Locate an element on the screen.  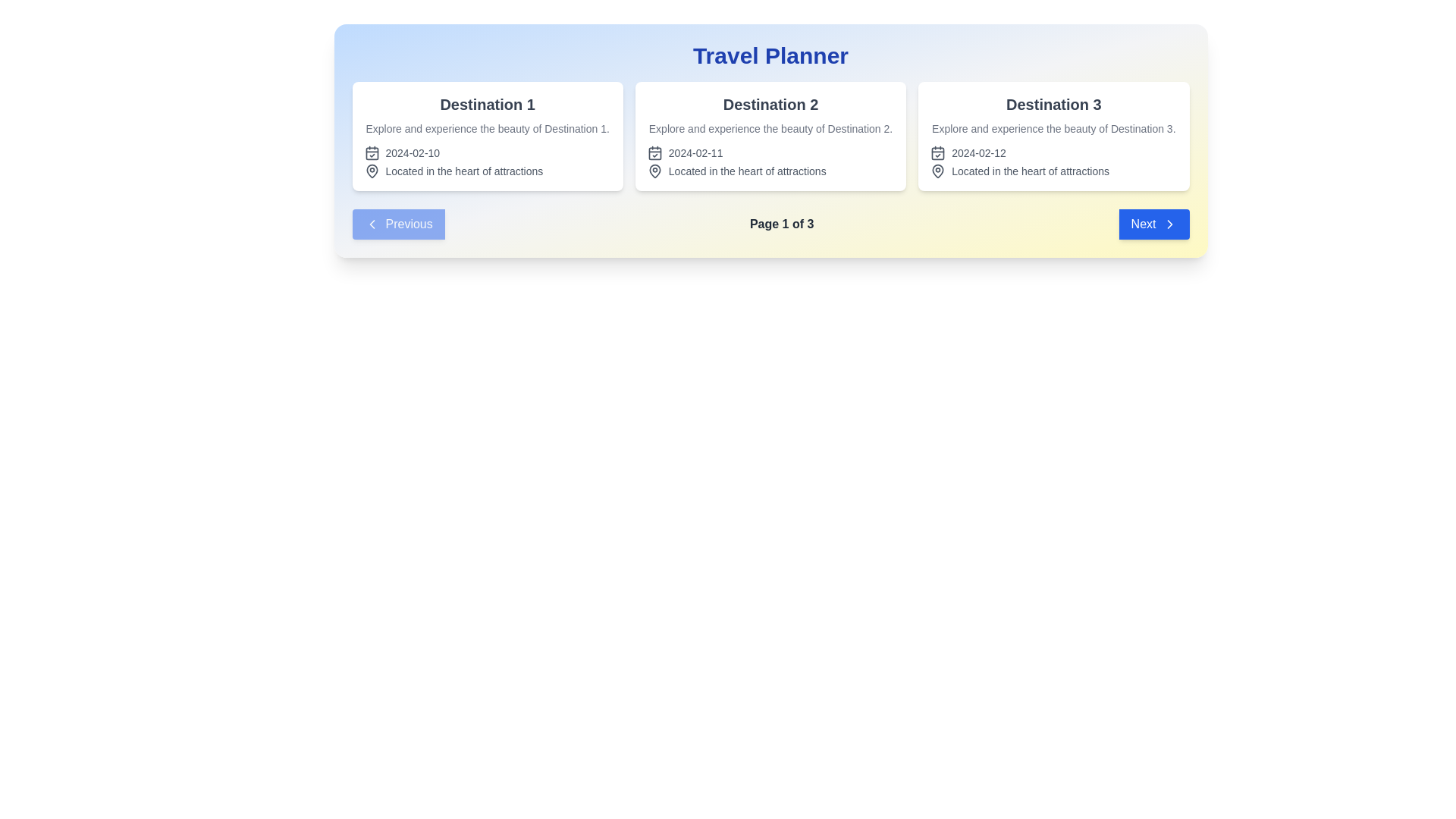
descriptive text element located below the title 'Destination 2' in the card, which highlights its appeal or purpose is located at coordinates (770, 127).